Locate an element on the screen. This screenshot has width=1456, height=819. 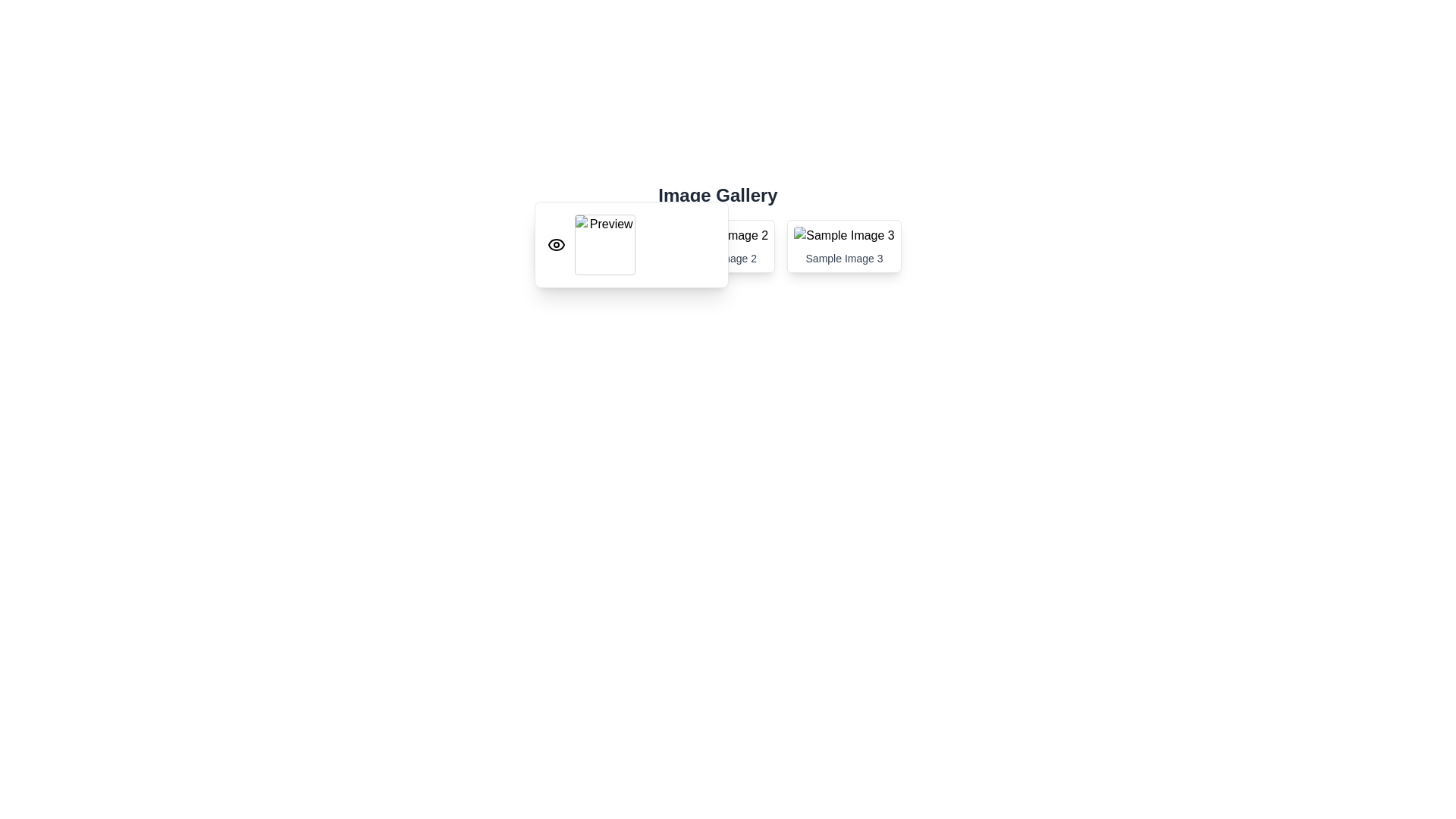
the image on the third Image Card in the grid layout, located to the right of the 'Sample Image 2' card is located at coordinates (843, 245).